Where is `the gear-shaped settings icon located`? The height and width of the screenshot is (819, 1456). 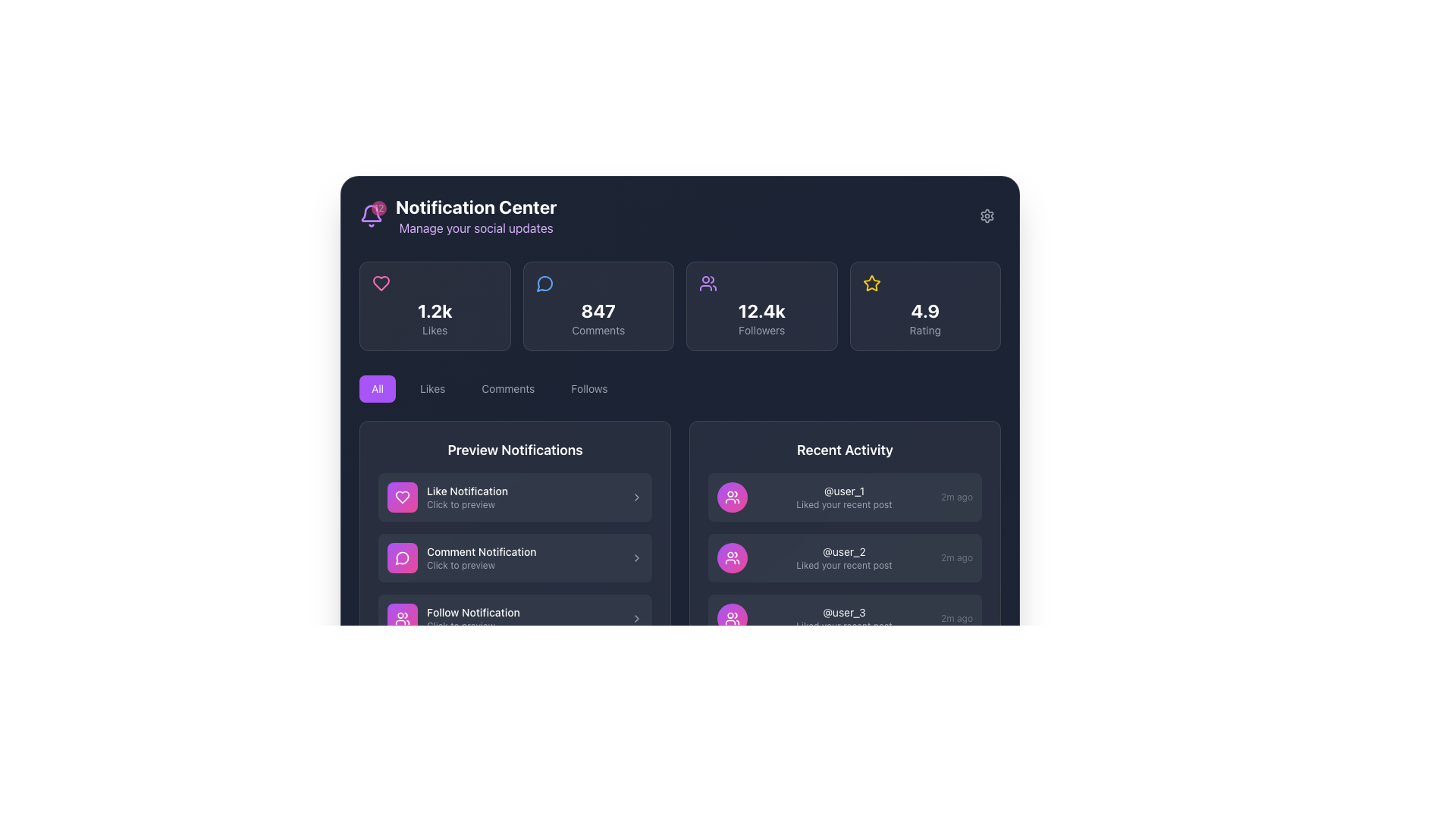
the gear-shaped settings icon located is located at coordinates (987, 216).